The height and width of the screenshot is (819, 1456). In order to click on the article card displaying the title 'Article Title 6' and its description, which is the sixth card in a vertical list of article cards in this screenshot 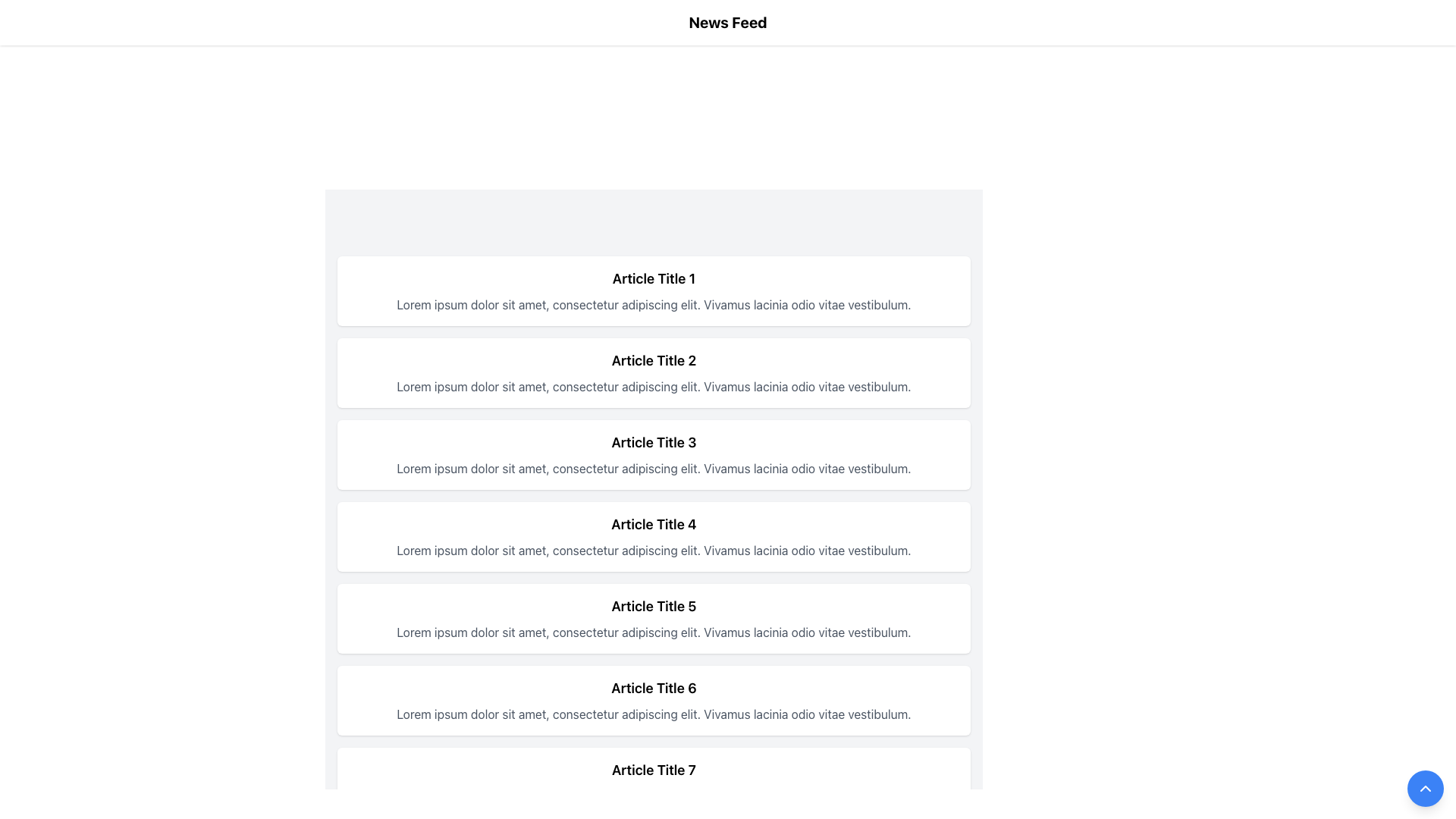, I will do `click(654, 701)`.